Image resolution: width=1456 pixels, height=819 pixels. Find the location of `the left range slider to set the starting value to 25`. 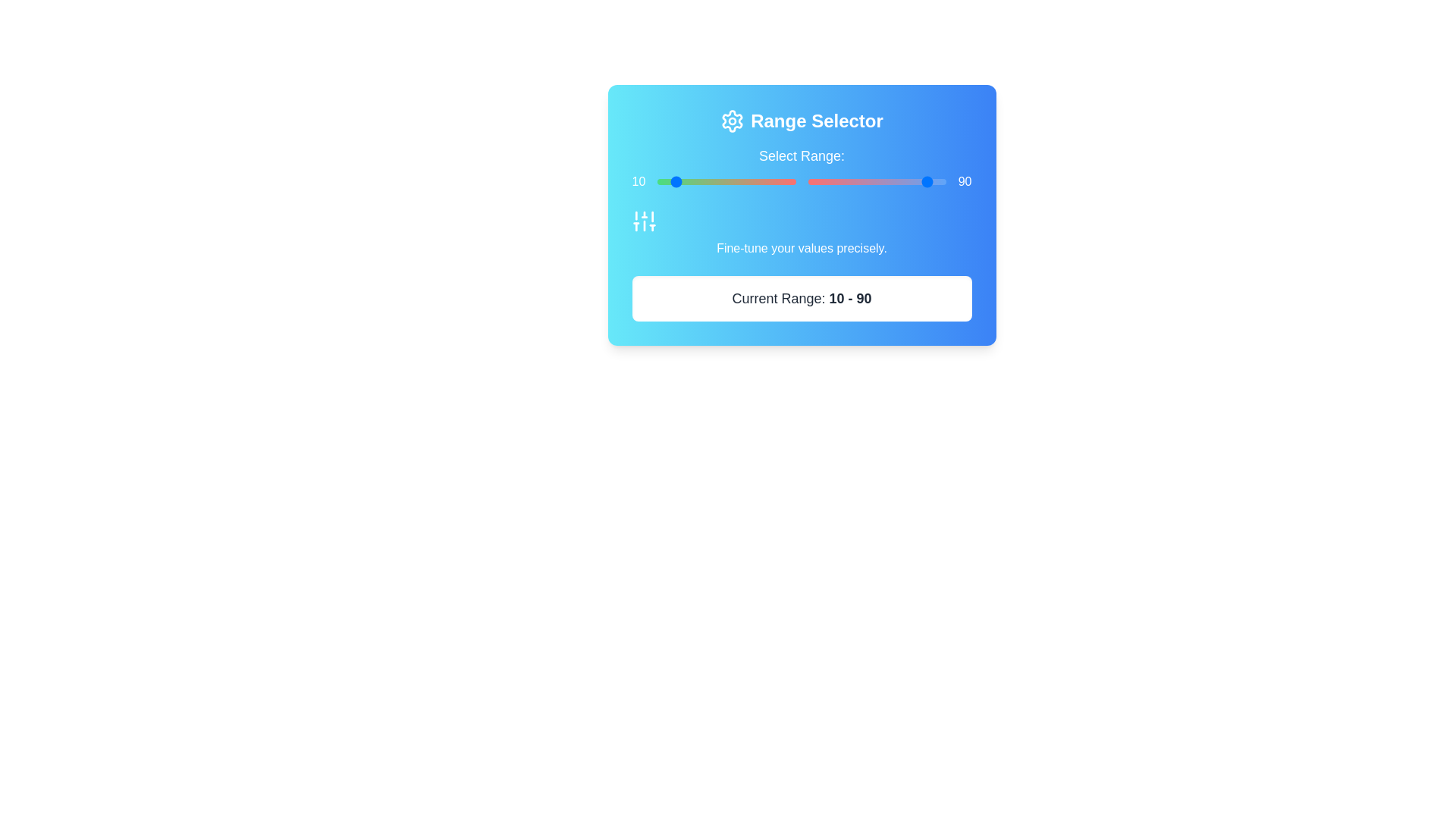

the left range slider to set the starting value to 25 is located at coordinates (691, 180).